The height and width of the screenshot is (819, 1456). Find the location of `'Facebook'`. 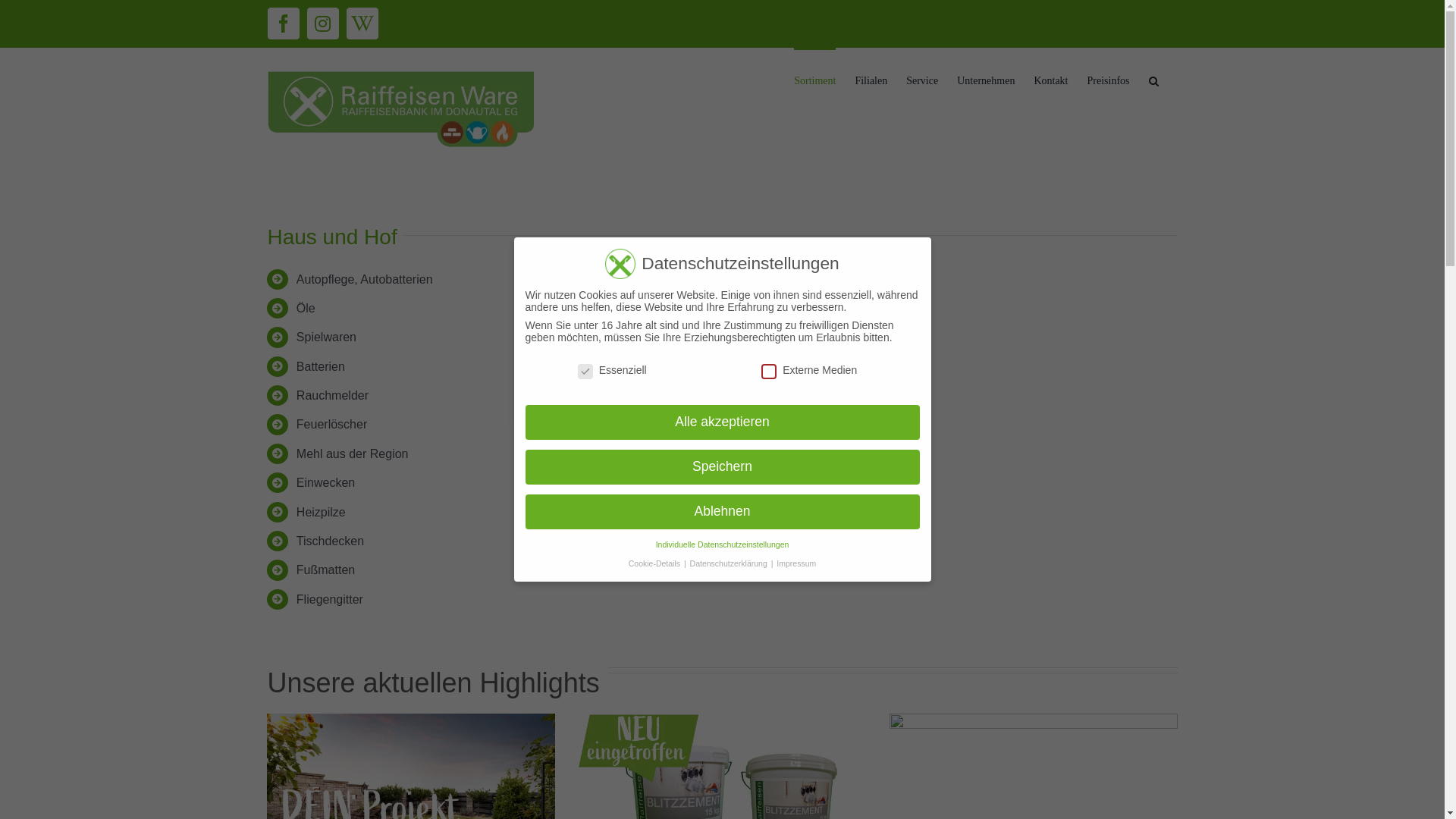

'Facebook' is located at coordinates (266, 23).